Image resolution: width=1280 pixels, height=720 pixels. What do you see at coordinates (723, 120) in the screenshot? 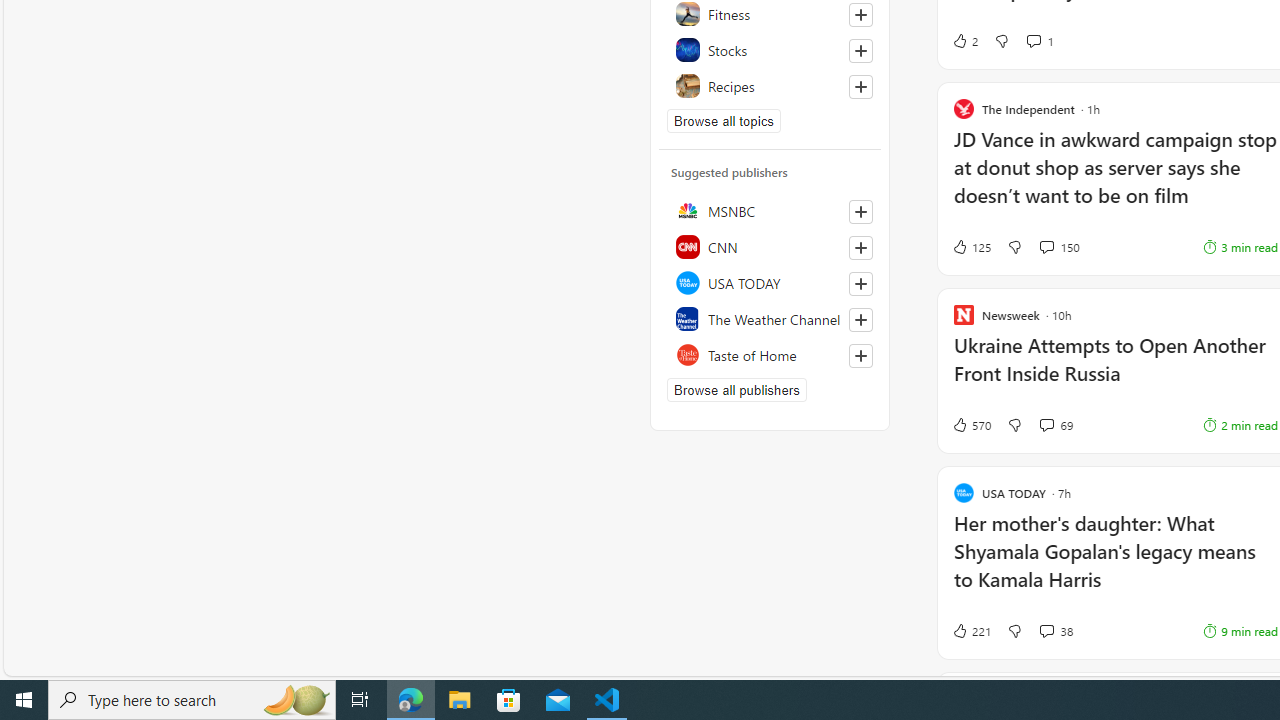
I see `'Browse all topics'` at bounding box center [723, 120].